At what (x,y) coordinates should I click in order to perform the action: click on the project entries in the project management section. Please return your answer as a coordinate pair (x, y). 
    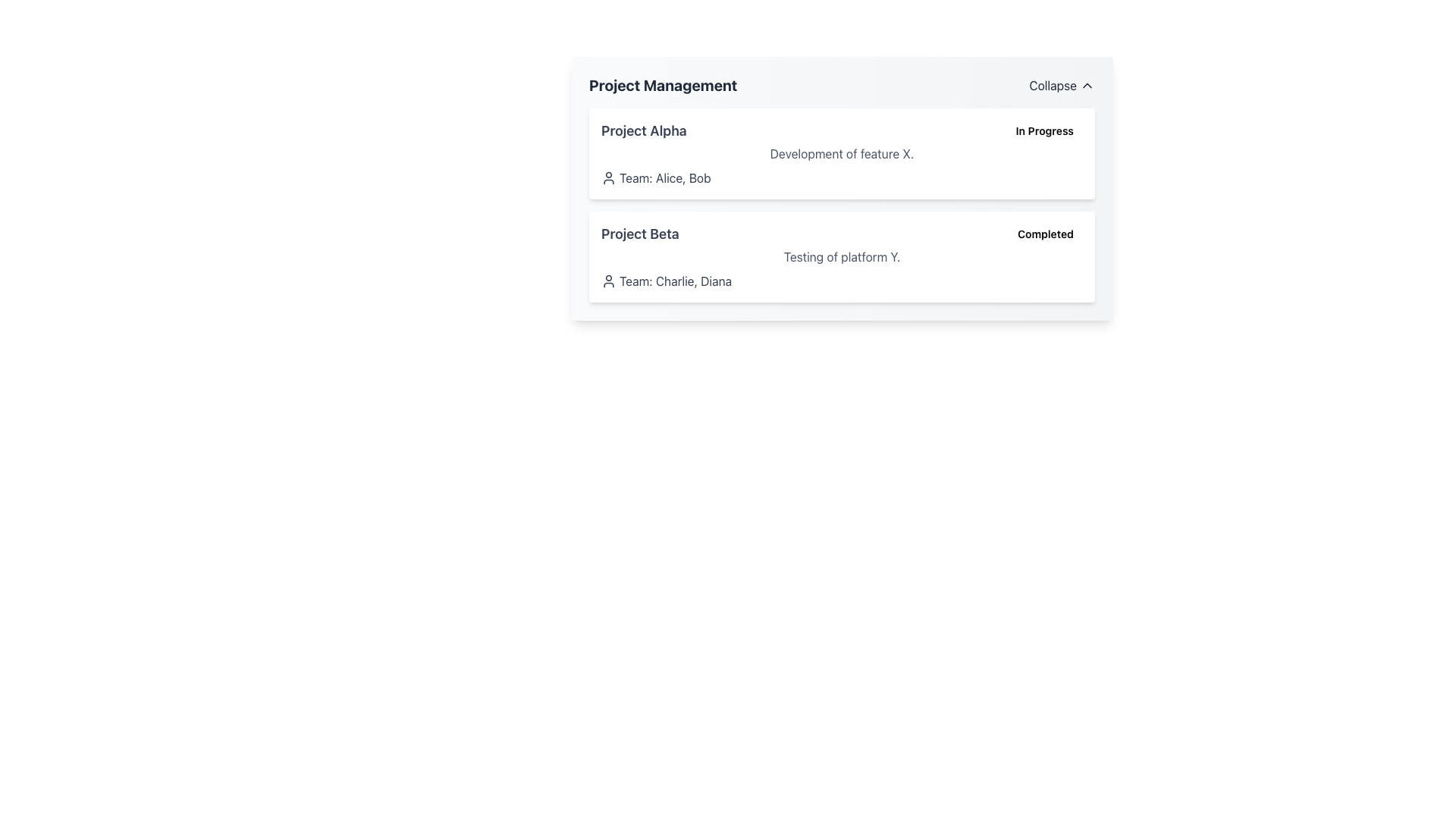
    Looking at the image, I should click on (841, 188).